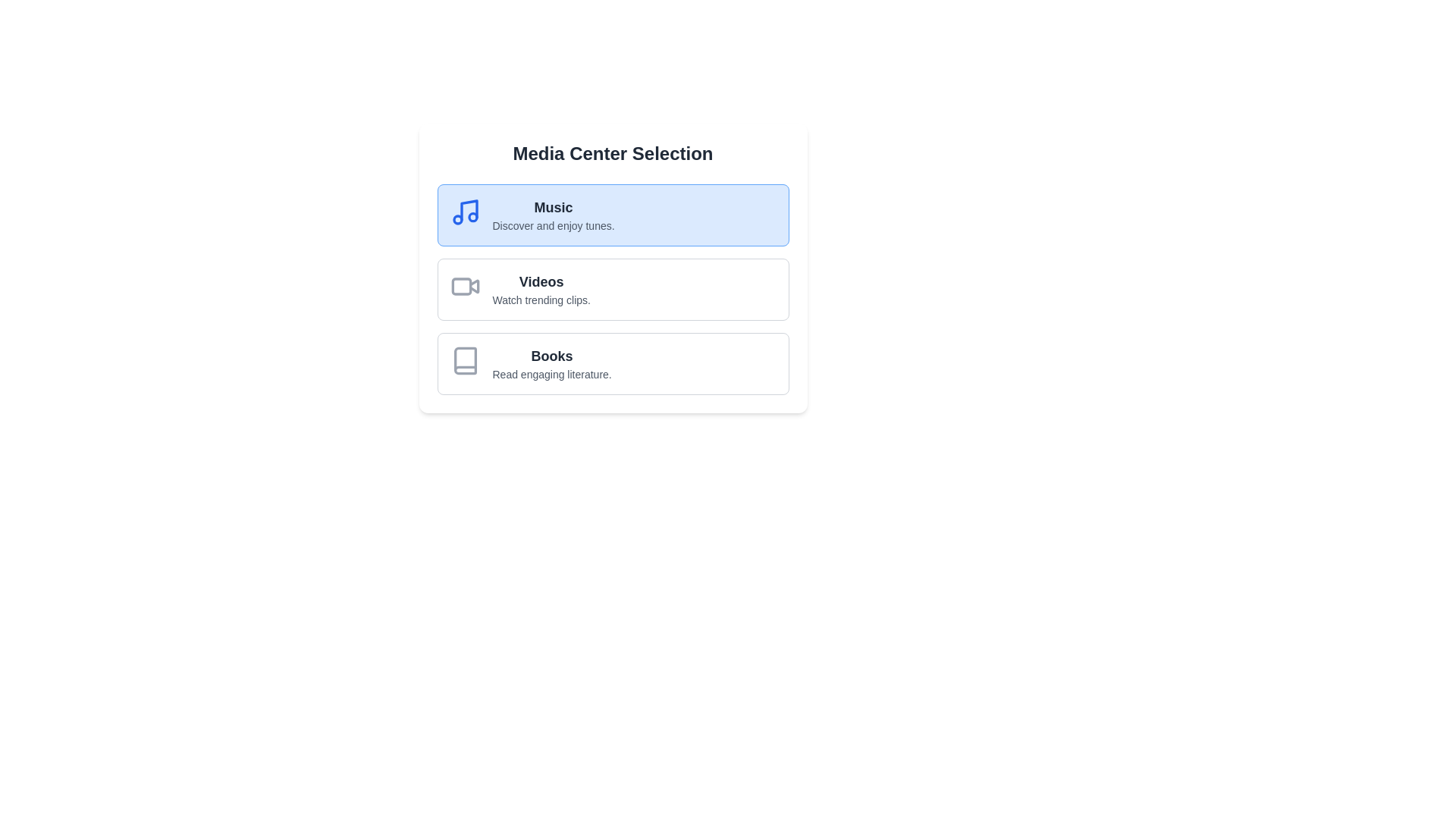 The height and width of the screenshot is (819, 1456). Describe the element at coordinates (472, 217) in the screenshot. I see `the small blue circular marker within the musical note graphic at the upper-left corner of the 'Music' card in the 'Media Center Selection' interface` at that location.